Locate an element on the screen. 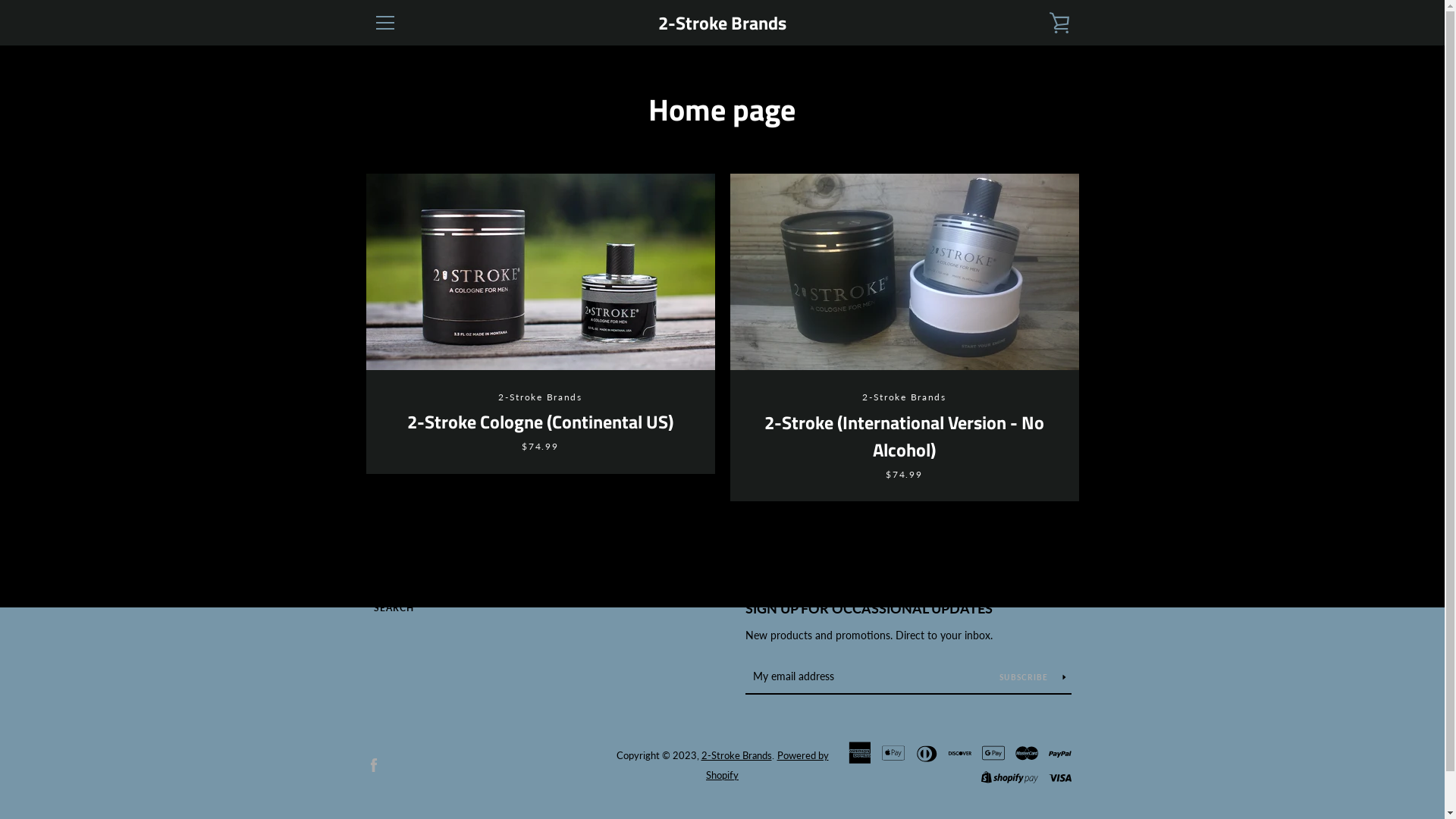  'EXPAND NAVIGATION' is located at coordinates (384, 23).